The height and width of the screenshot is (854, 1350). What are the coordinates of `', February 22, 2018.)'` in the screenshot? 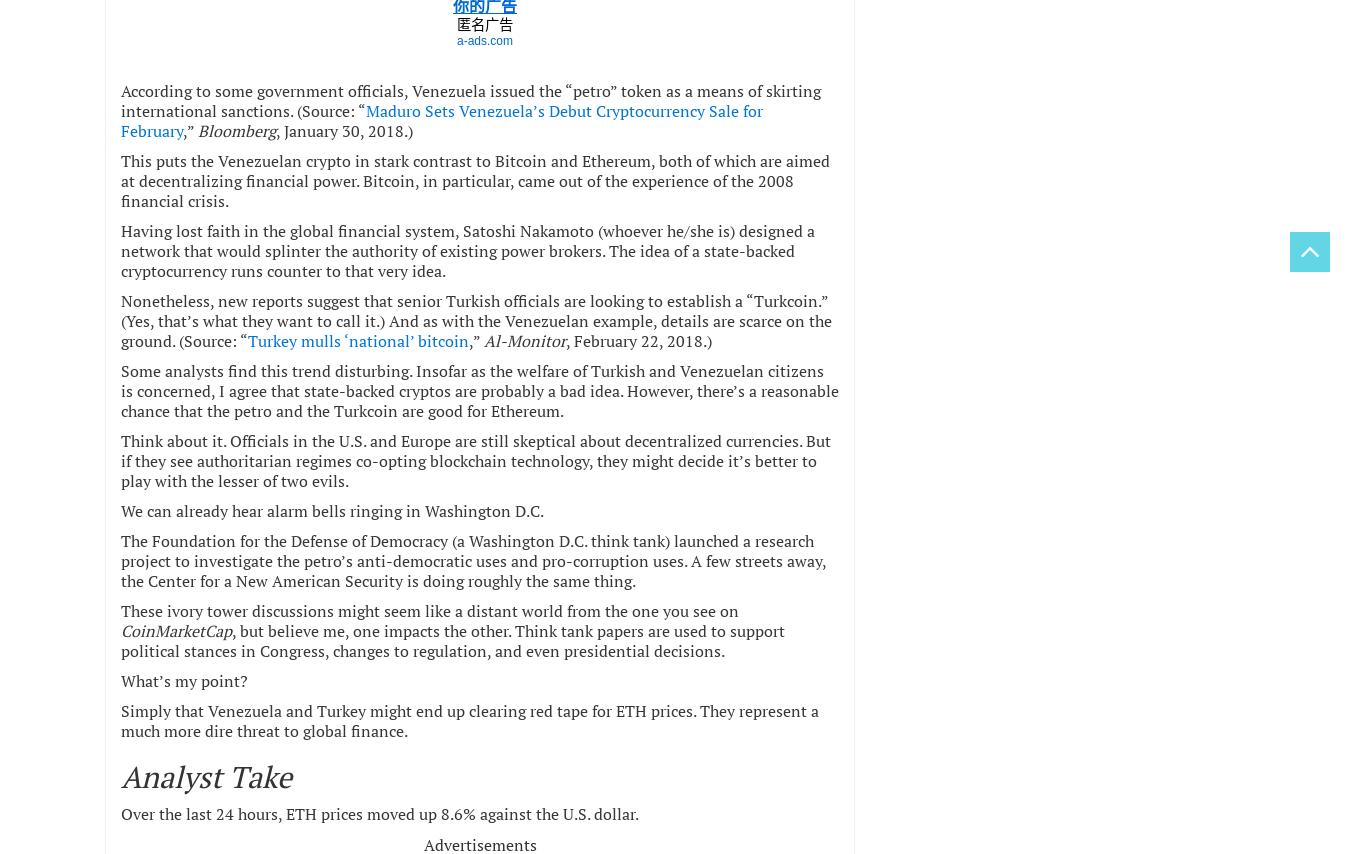 It's located at (638, 339).